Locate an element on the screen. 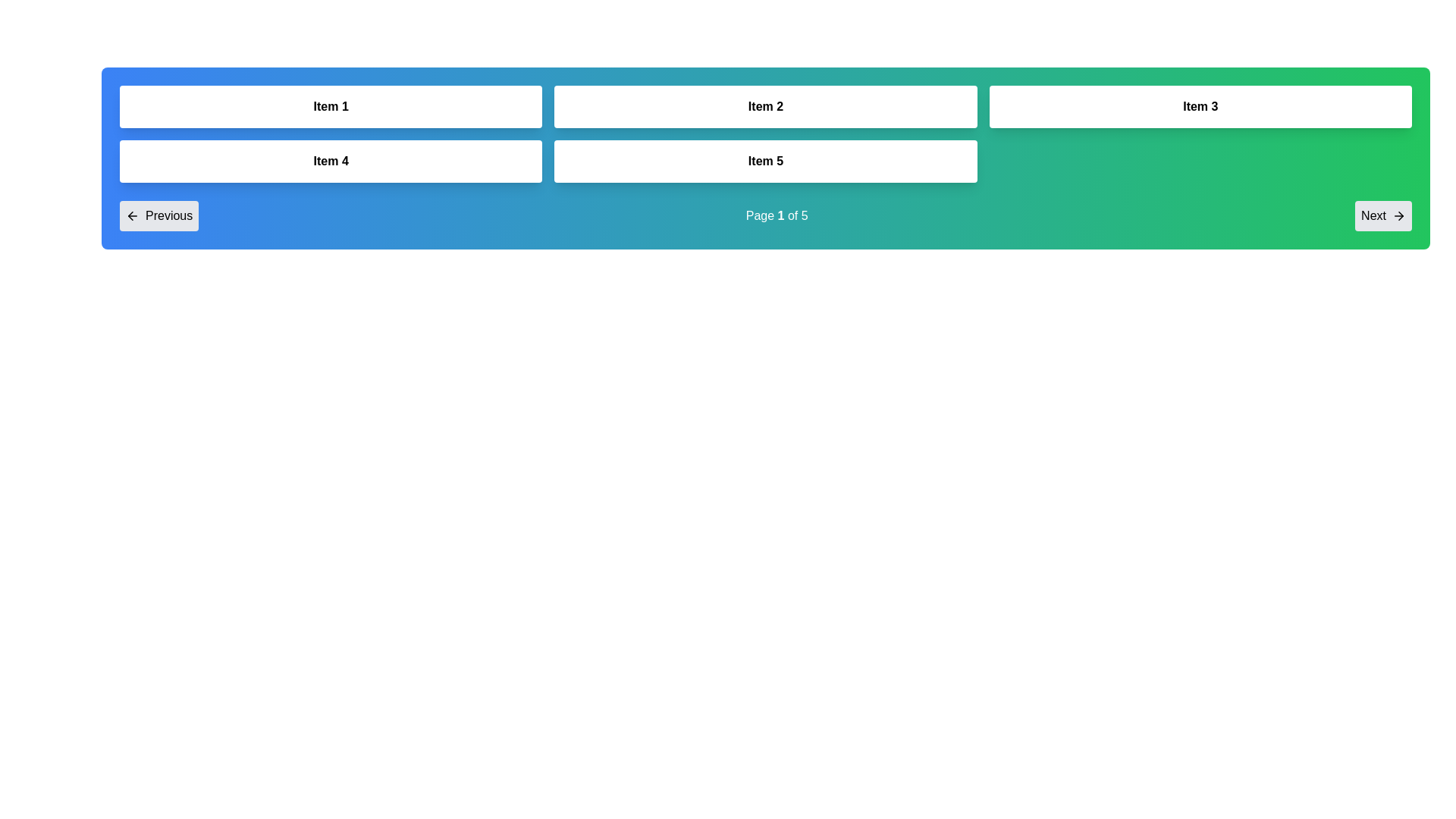 The height and width of the screenshot is (819, 1456). the 'Previous' button with a light gray background and rounded corners is located at coordinates (159, 216).